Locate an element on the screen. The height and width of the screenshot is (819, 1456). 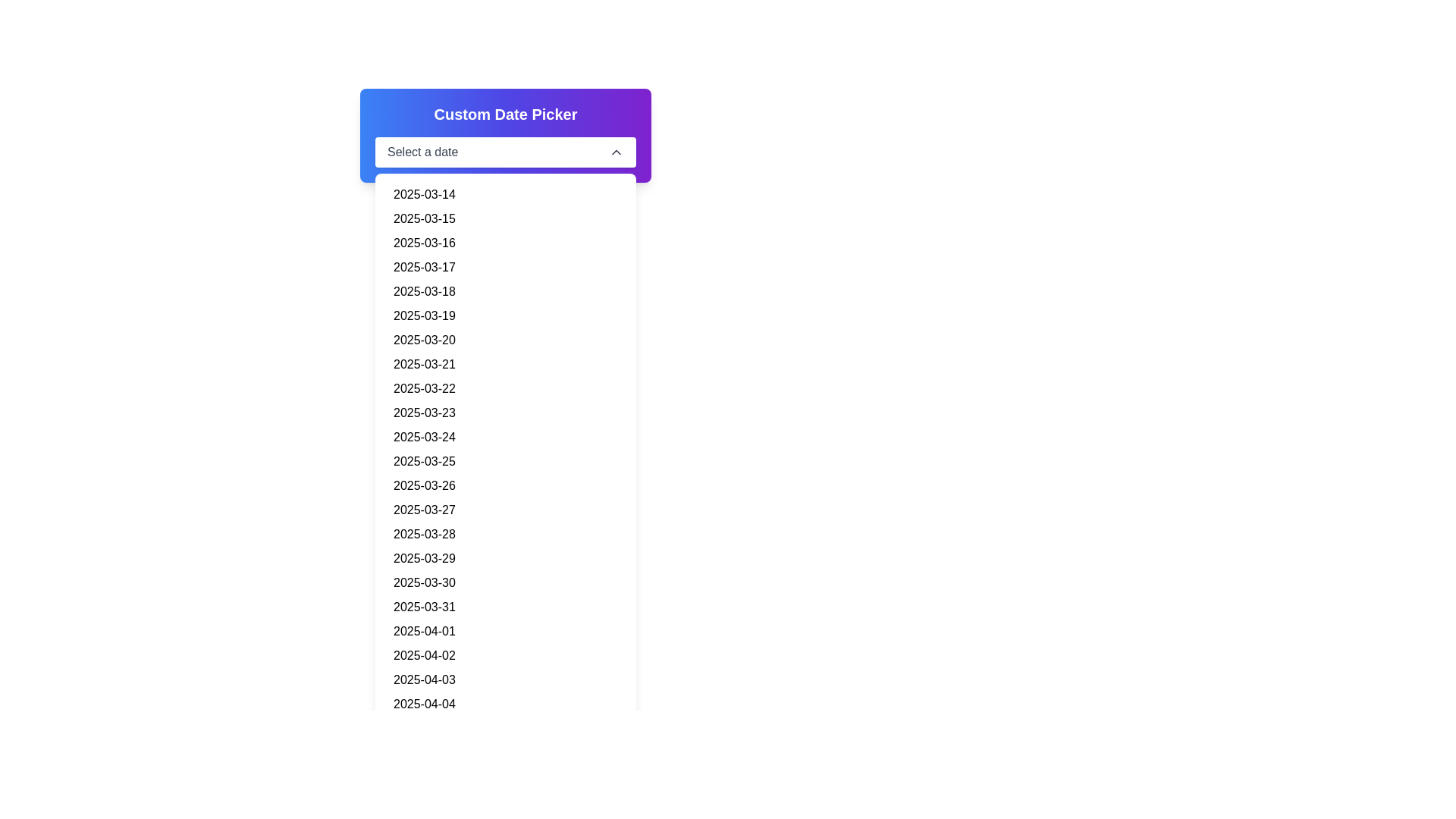
to select the date '2025-04-03' from the 20th item in the dropdown menu of the custom date picker interface is located at coordinates (506, 679).